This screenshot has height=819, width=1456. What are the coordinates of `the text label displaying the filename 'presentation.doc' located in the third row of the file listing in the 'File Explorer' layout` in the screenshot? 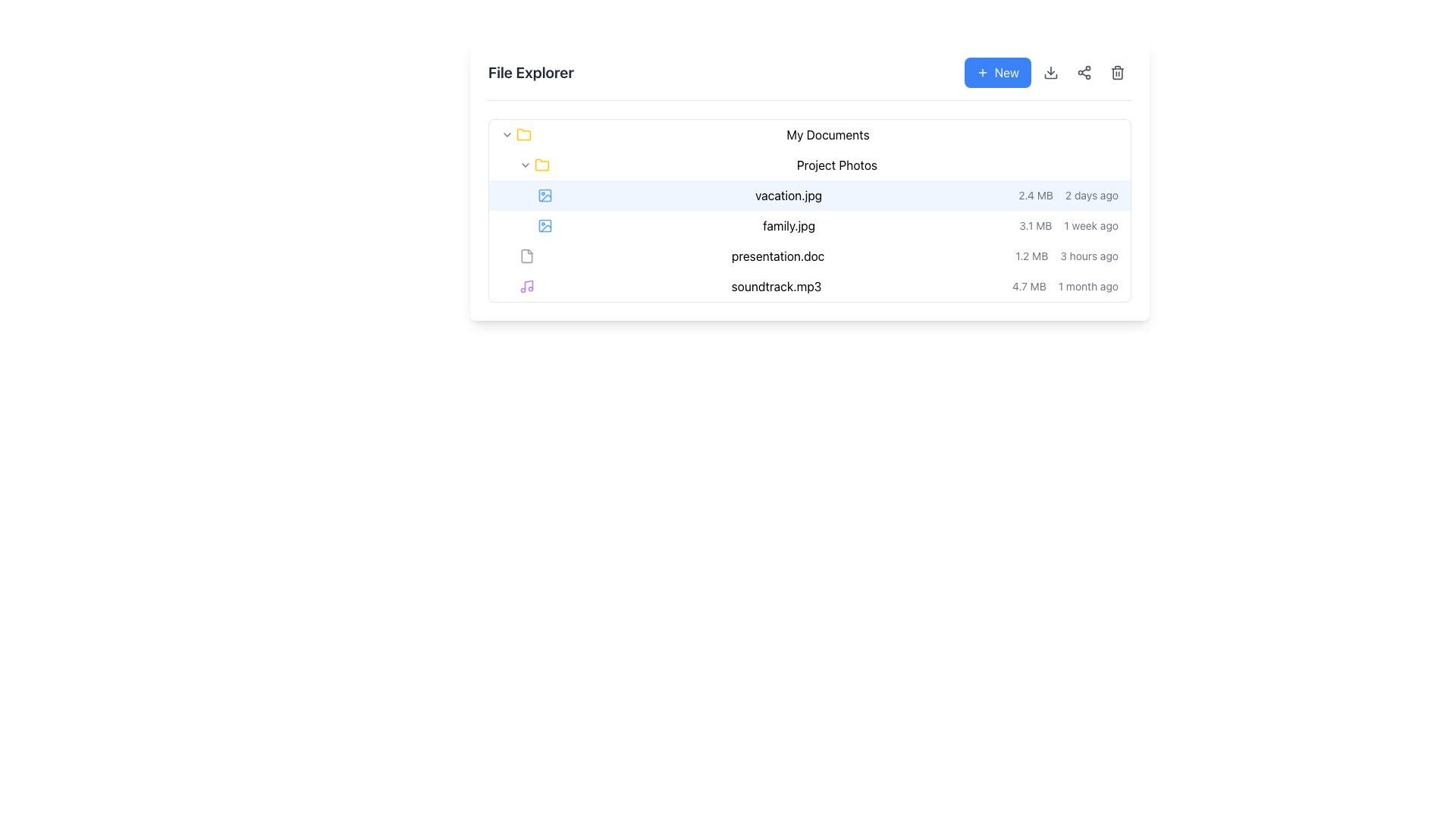 It's located at (778, 256).